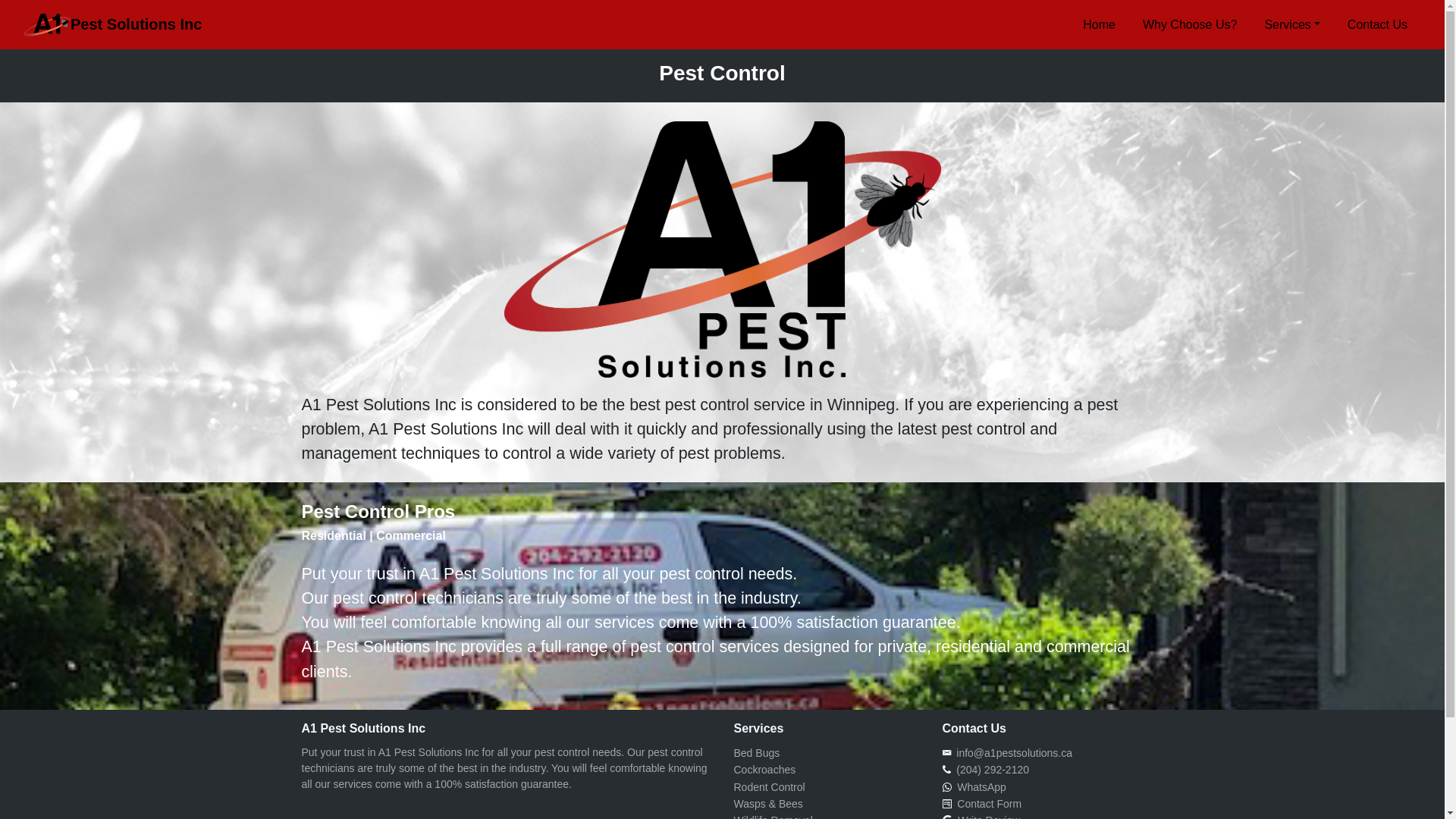  Describe the element at coordinates (757, 752) in the screenshot. I see `'Bed Bugs'` at that location.